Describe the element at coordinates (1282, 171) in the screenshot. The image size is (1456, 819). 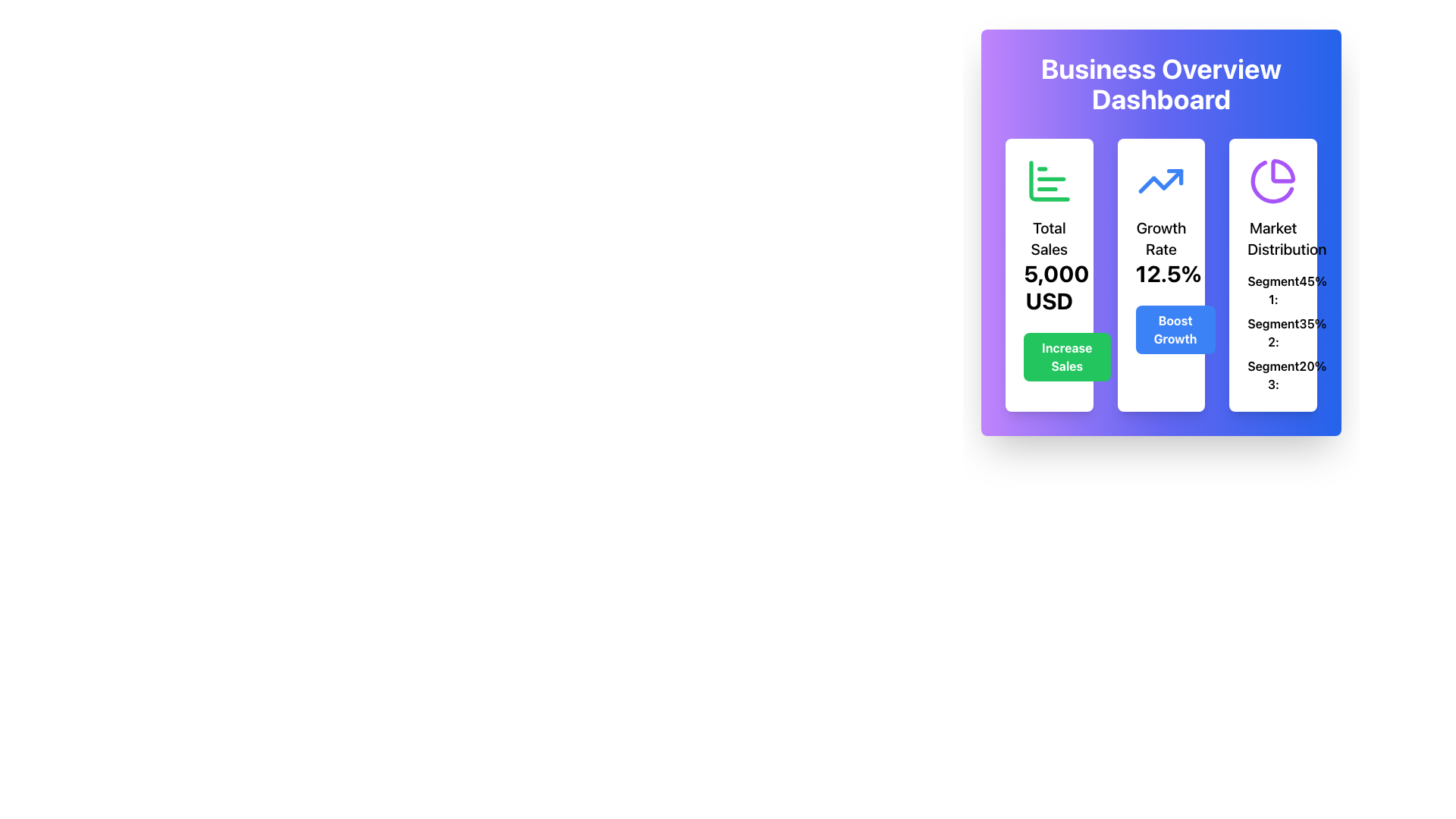
I see `the decorative pie chart slice in the Market Distribution section located in the rightmost column of the dashboard` at that location.